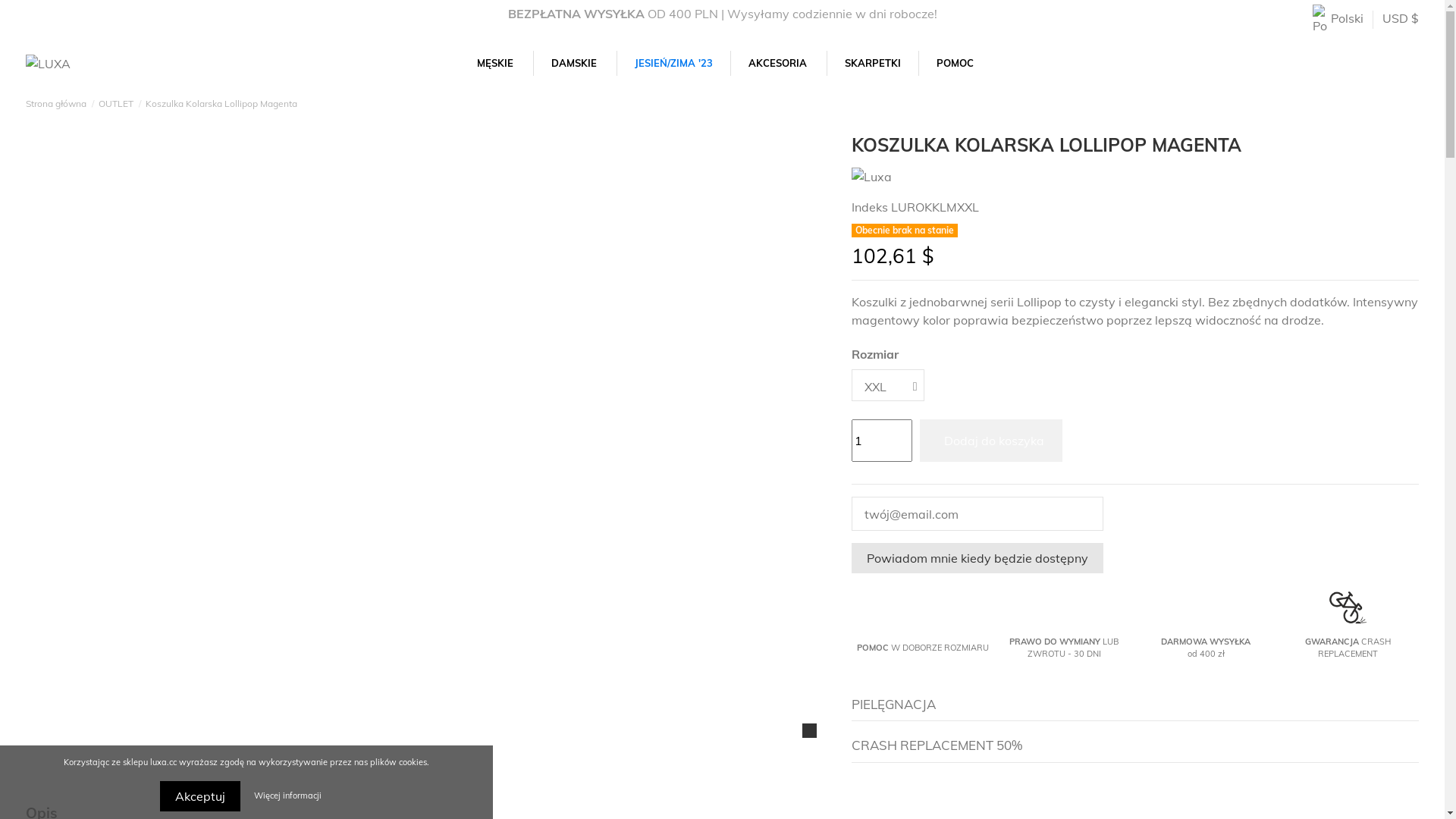 The image size is (1456, 819). Describe the element at coordinates (199, 795) in the screenshot. I see `'Akceptuj'` at that location.